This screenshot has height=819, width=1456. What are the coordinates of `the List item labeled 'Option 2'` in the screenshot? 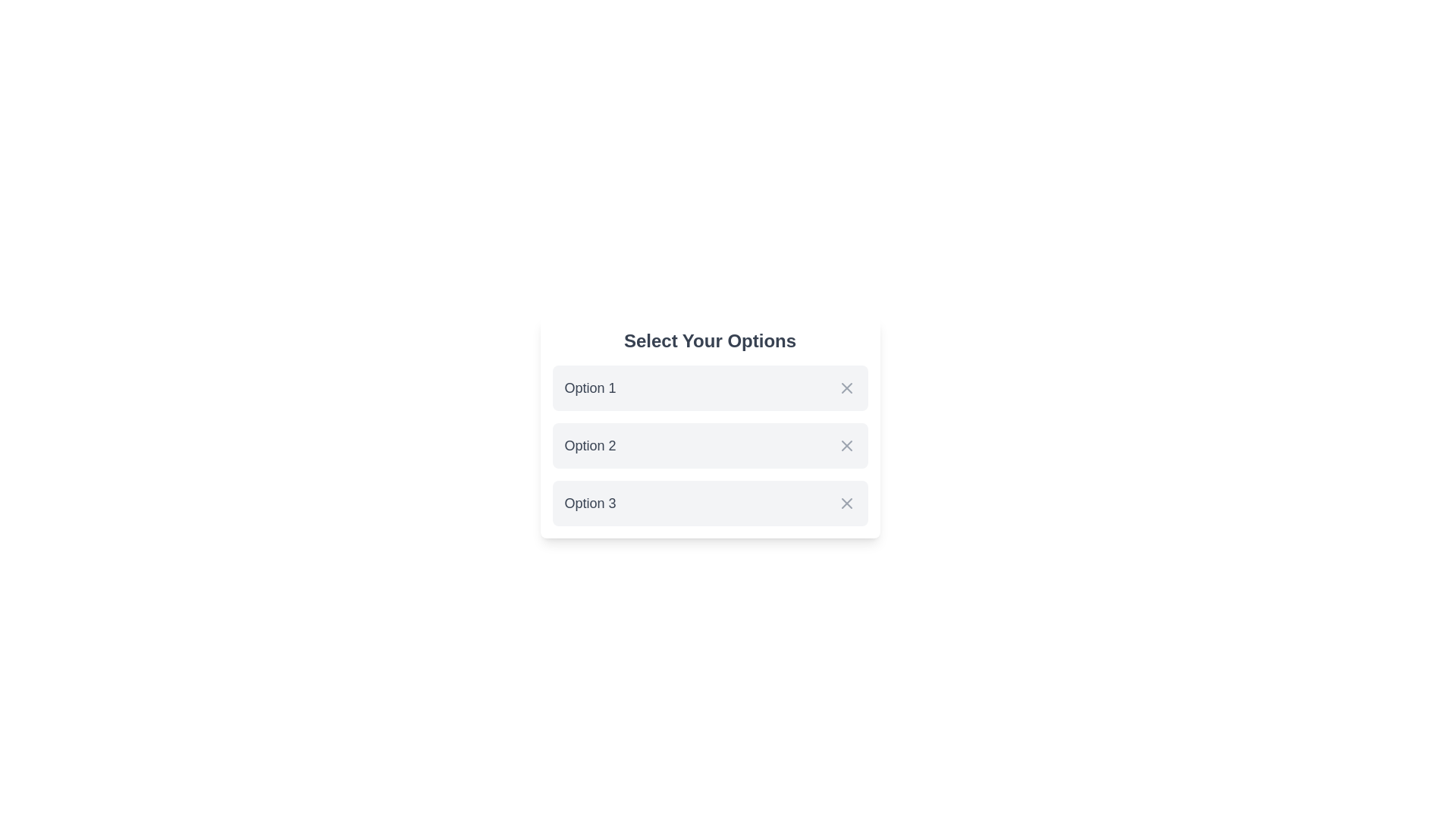 It's located at (709, 444).